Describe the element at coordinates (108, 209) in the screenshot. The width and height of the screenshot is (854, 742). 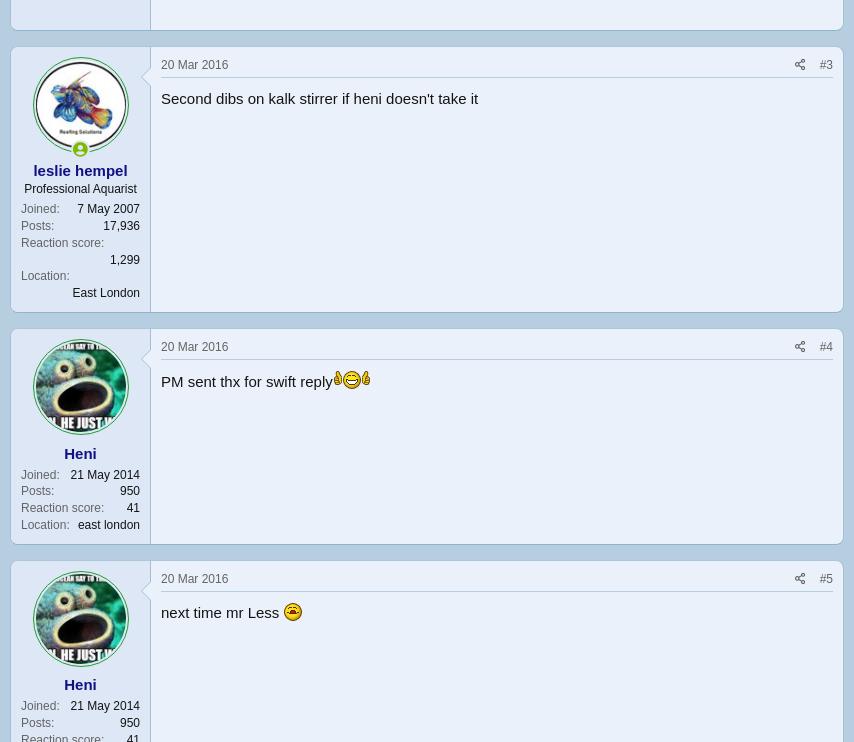
I see `'7 May 2007'` at that location.